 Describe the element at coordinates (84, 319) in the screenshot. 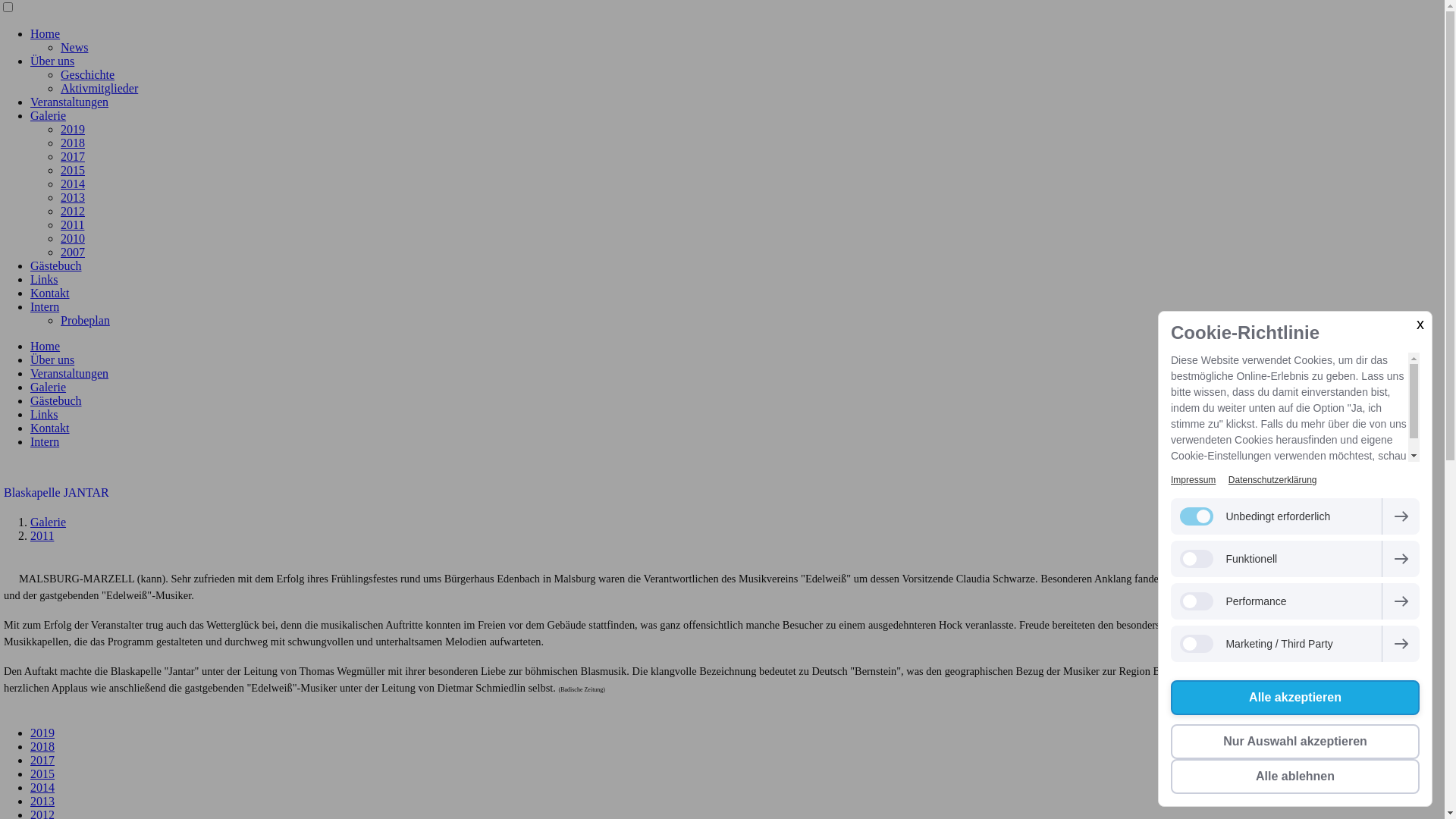

I see `'Probeplan'` at that location.